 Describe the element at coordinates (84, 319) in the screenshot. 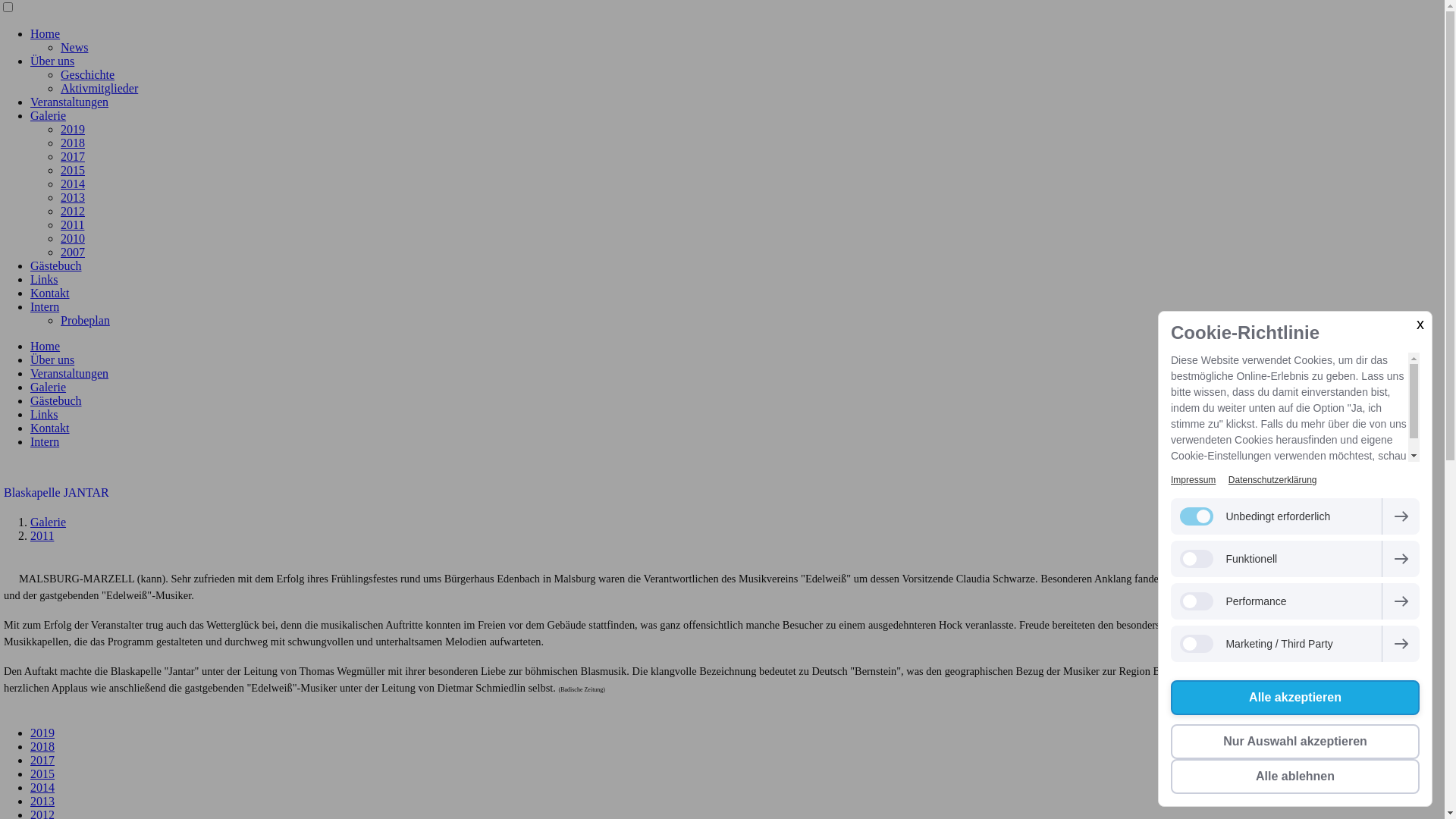

I see `'Probeplan'` at that location.